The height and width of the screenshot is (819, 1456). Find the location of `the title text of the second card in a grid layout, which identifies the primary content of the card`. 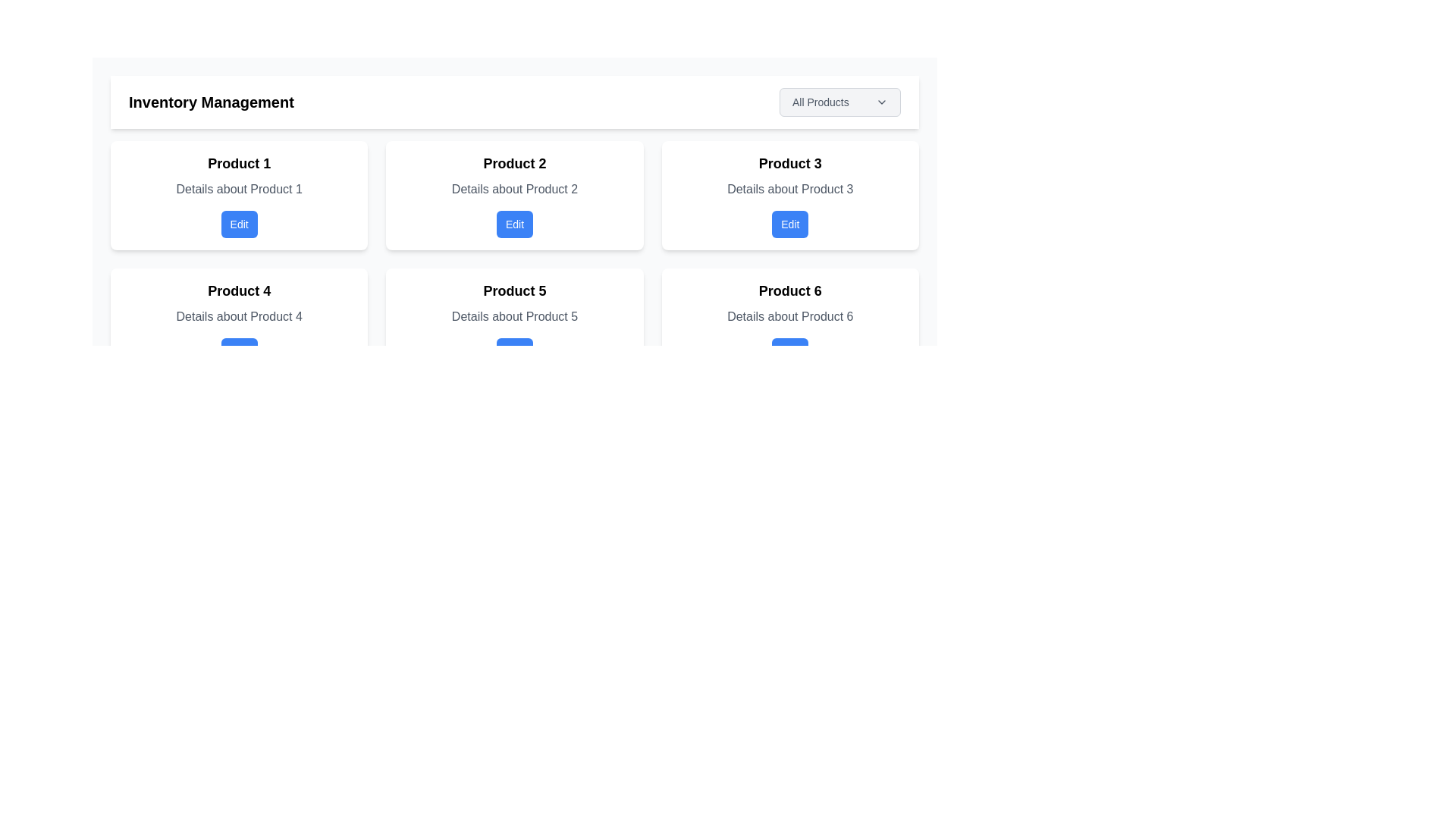

the title text of the second card in a grid layout, which identifies the primary content of the card is located at coordinates (514, 164).